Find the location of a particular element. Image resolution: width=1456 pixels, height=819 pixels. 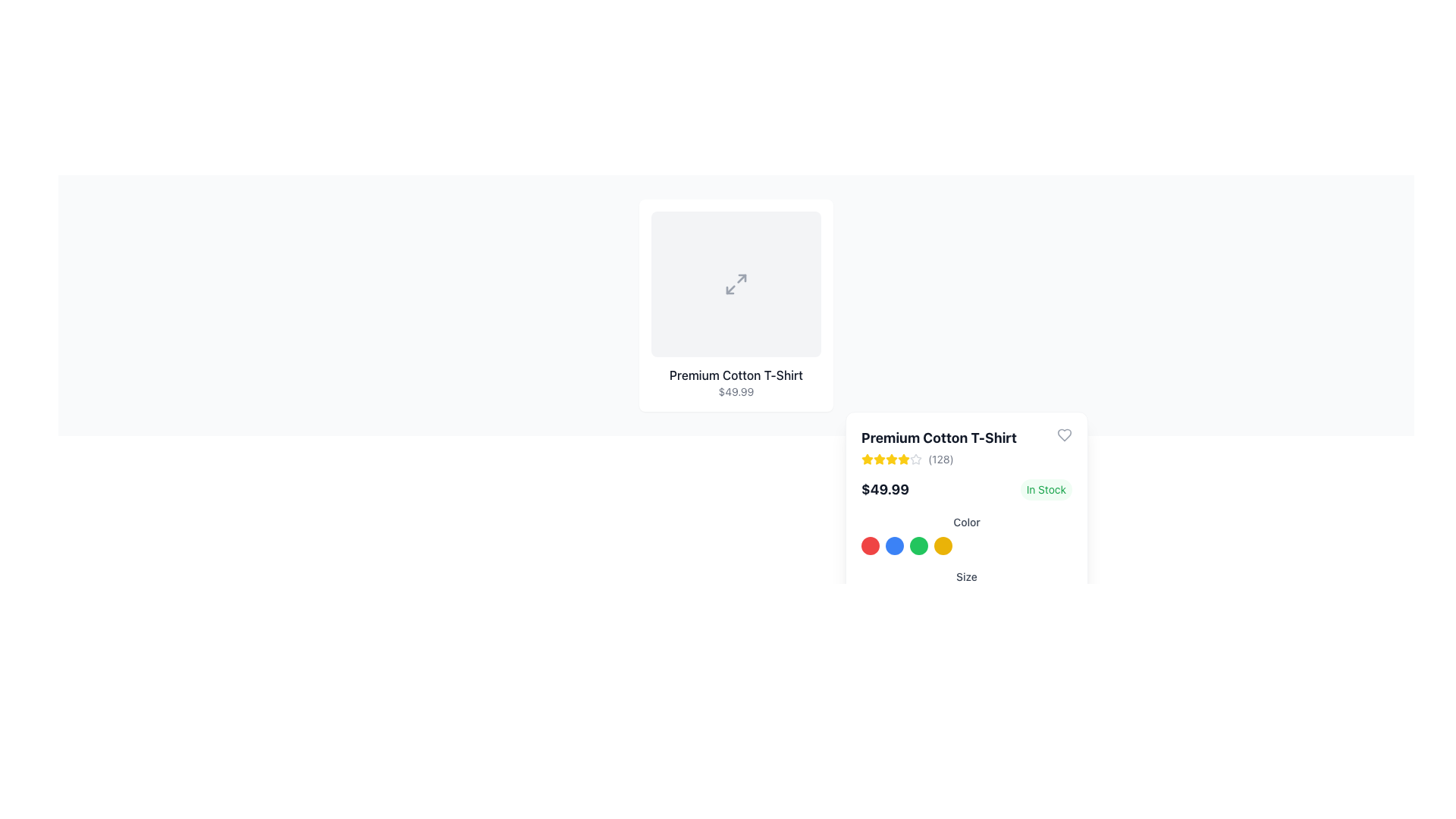

the circular yellow button with a ring-style design, which is the fourth button in a horizontal array of color buttons is located at coordinates (942, 546).